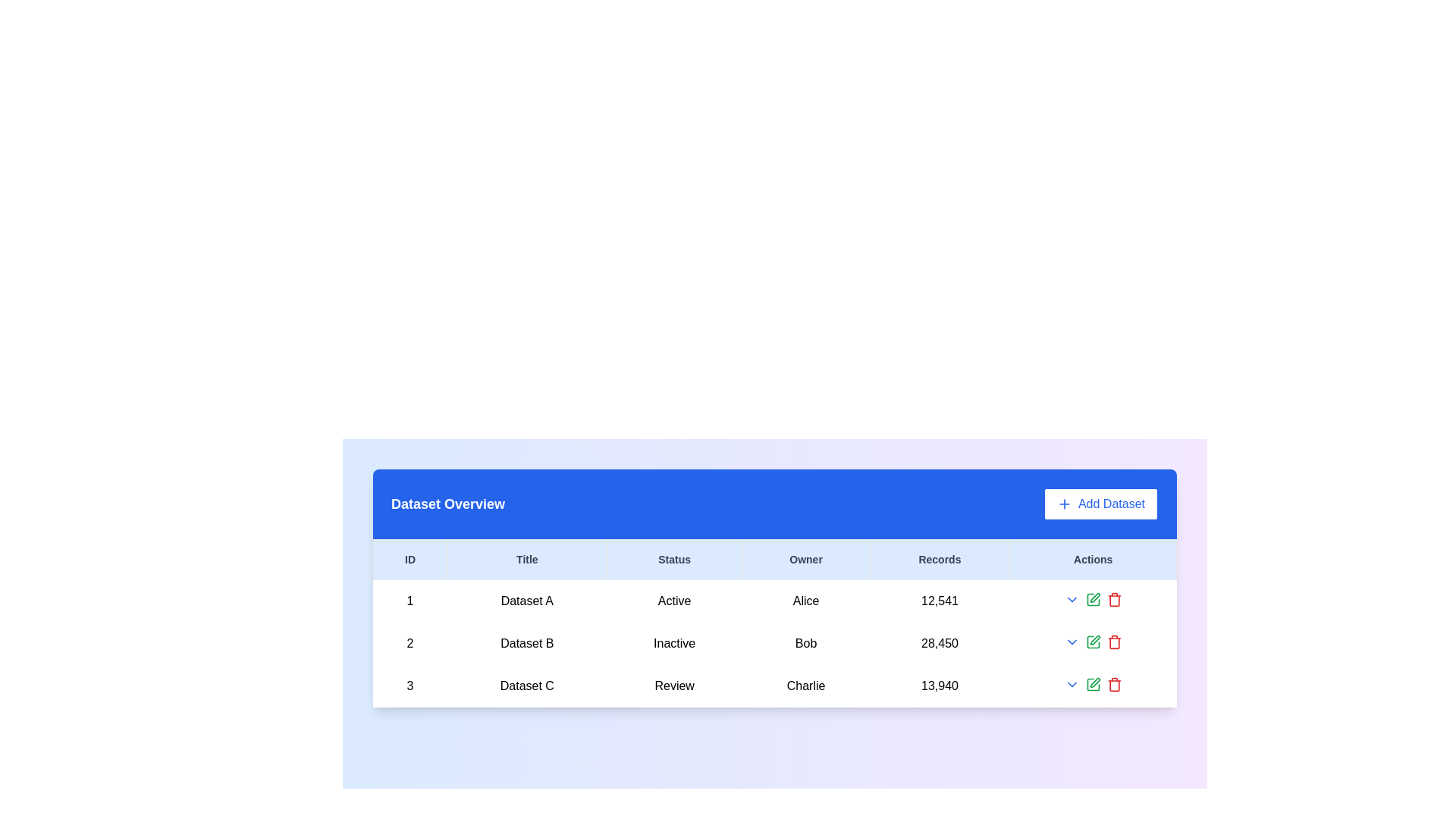 This screenshot has width=1456, height=819. Describe the element at coordinates (939, 643) in the screenshot. I see `the text element displaying '28,450' located under the 'Records' heading in the fifth column of the second row within the table for 'Dataset B'` at that location.